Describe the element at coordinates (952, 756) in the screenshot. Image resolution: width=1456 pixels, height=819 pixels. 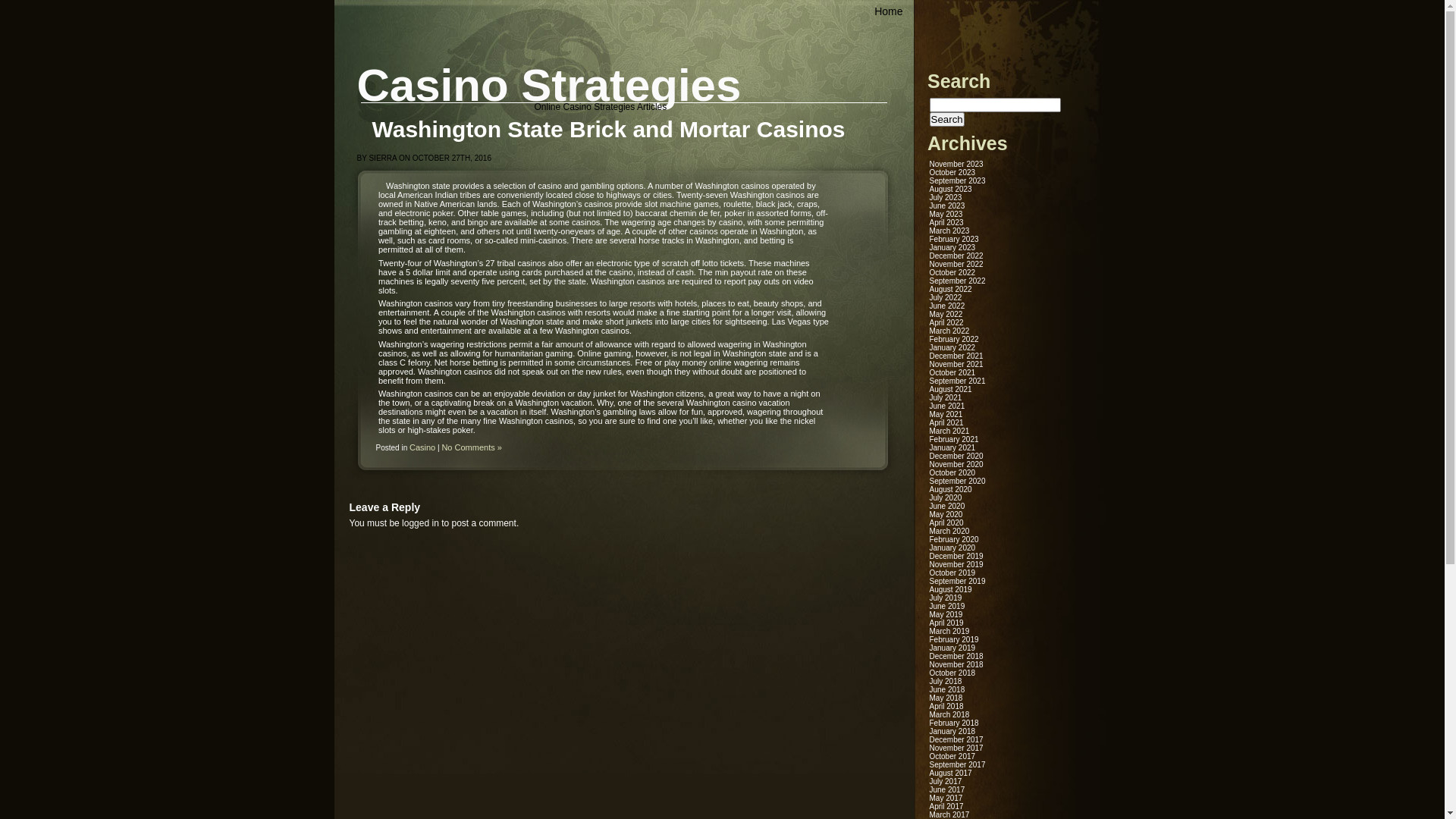
I see `'October 2017'` at that location.